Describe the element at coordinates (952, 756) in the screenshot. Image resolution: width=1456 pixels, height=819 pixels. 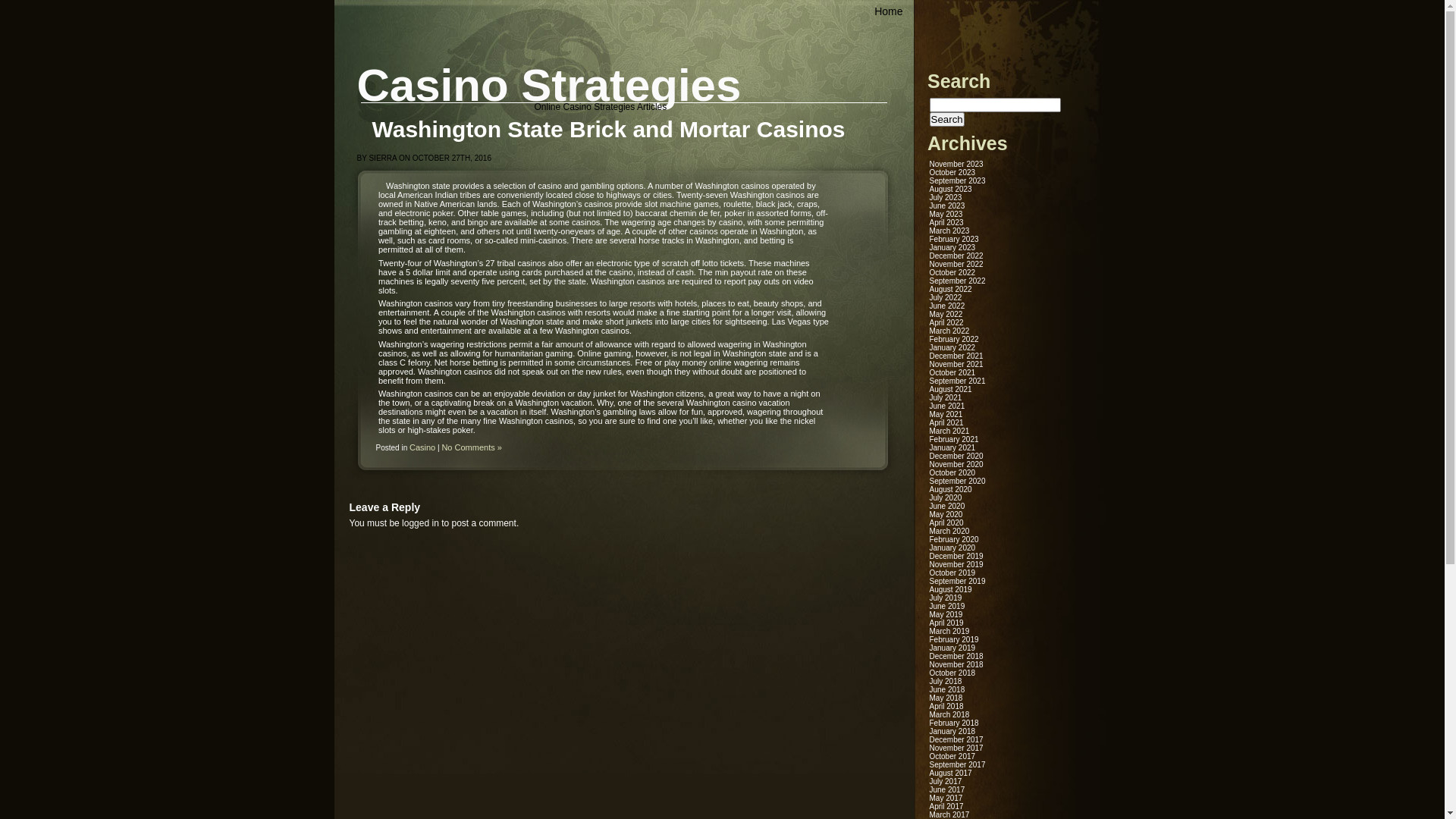
I see `'October 2017'` at that location.